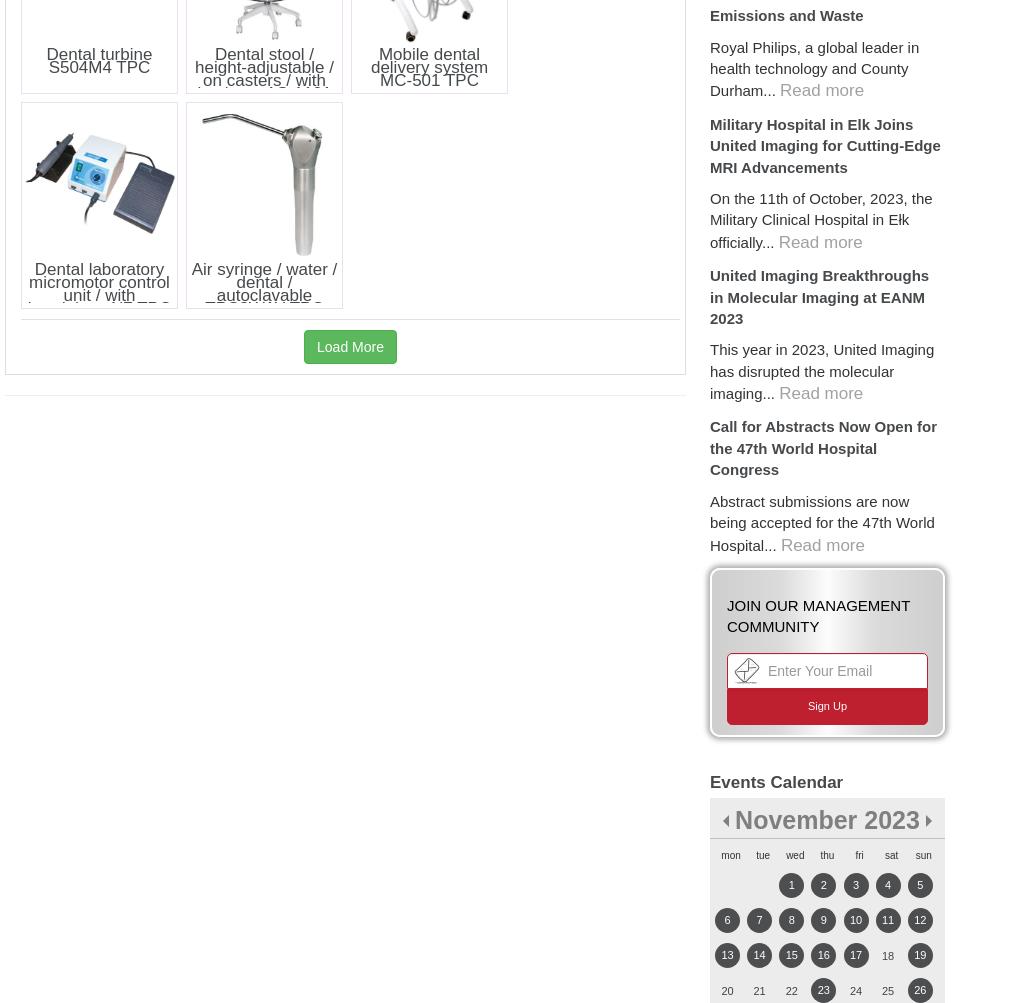 The height and width of the screenshot is (1003, 1010). What do you see at coordinates (369, 66) in the screenshot?
I see `'Mobile dental delivery system MC-501 TPC'` at bounding box center [369, 66].